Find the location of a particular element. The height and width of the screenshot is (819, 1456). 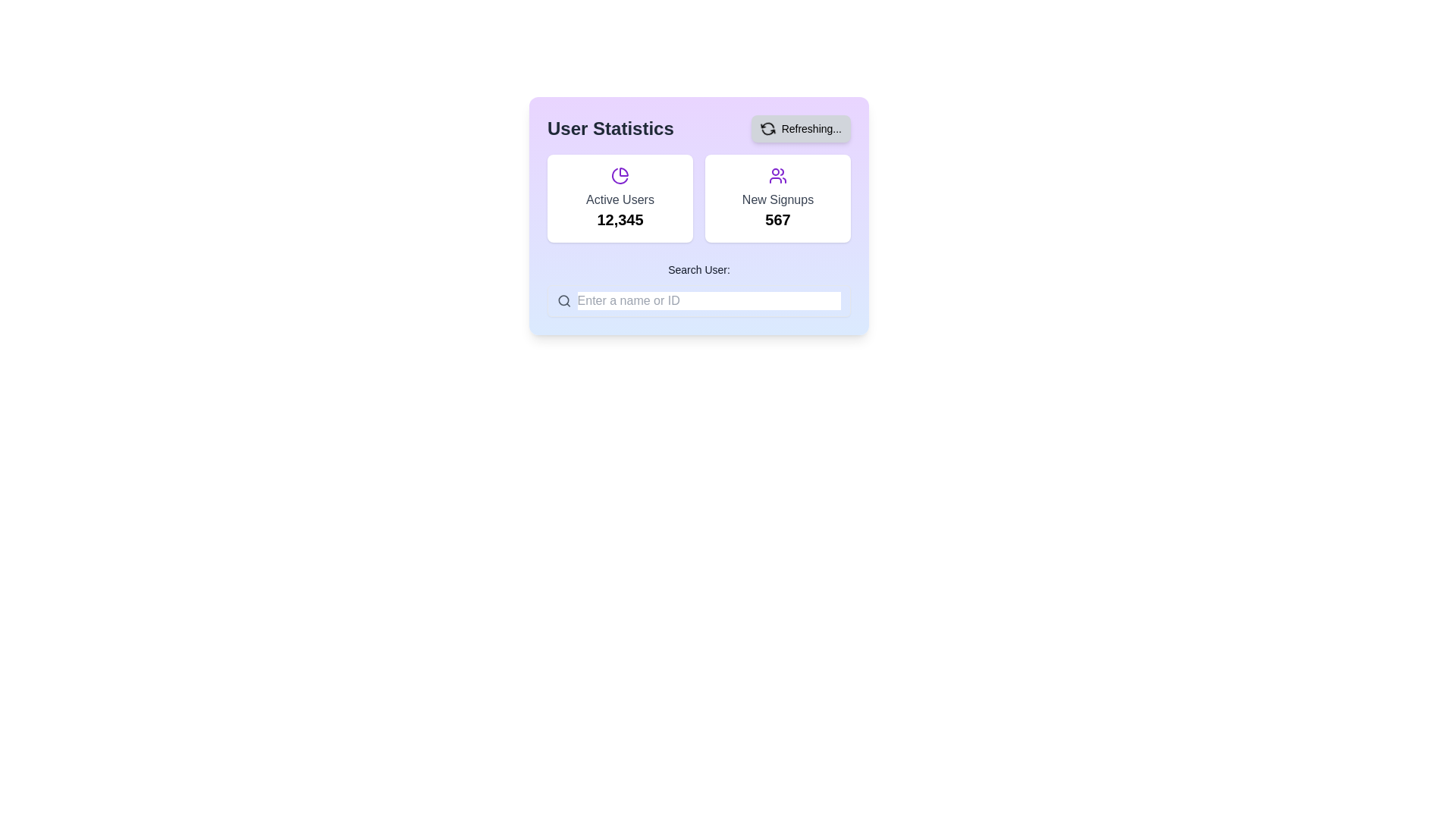

the pie chart icon located in the 'Active Users' card, which is centrally positioned above the text 'Active Users' and the number '12,345' is located at coordinates (620, 174).